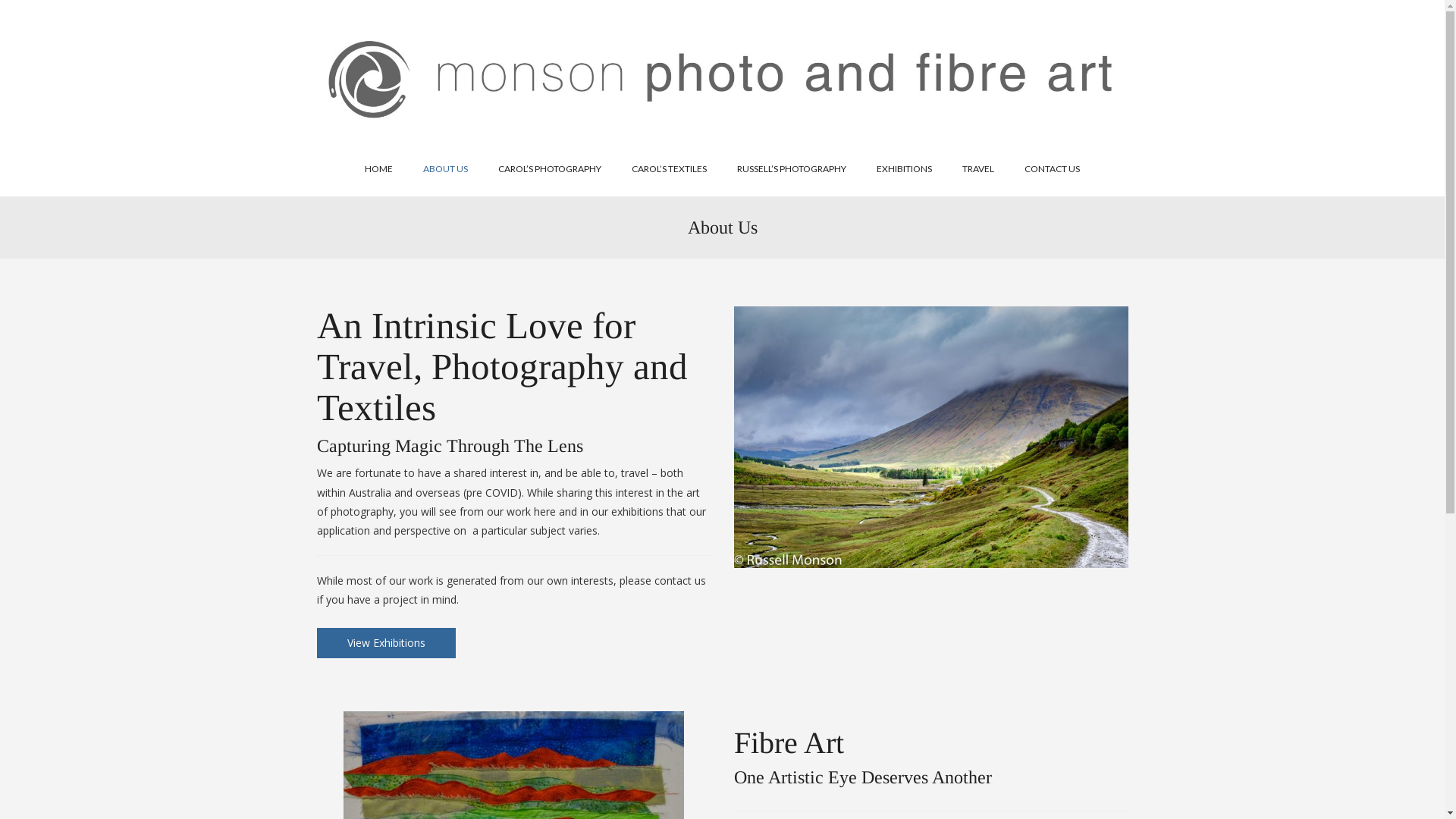 The height and width of the screenshot is (819, 1456). What do you see at coordinates (1009, 169) in the screenshot?
I see `'CONTACT US'` at bounding box center [1009, 169].